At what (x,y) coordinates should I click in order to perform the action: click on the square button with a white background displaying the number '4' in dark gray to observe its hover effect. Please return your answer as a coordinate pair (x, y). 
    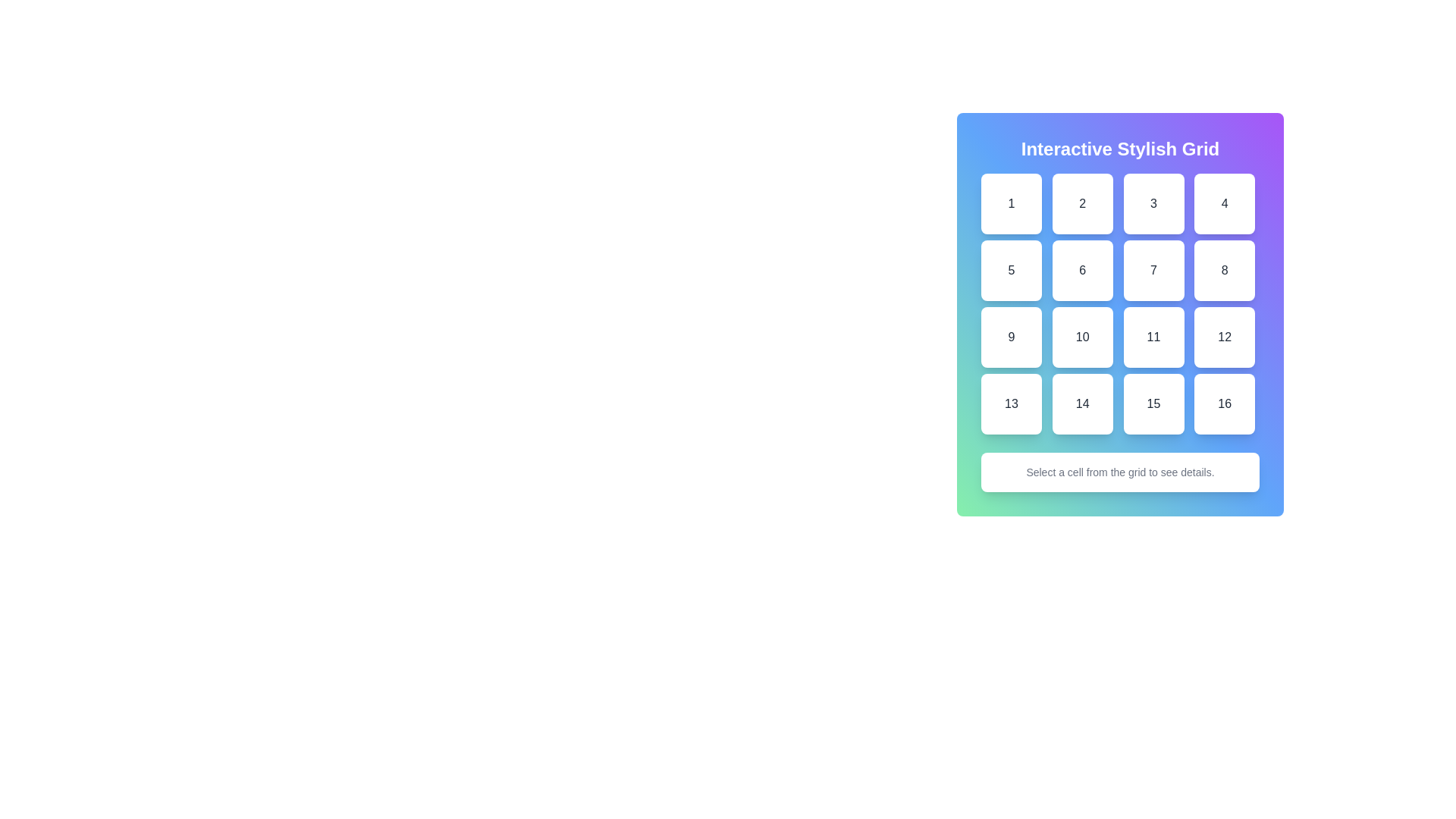
    Looking at the image, I should click on (1225, 203).